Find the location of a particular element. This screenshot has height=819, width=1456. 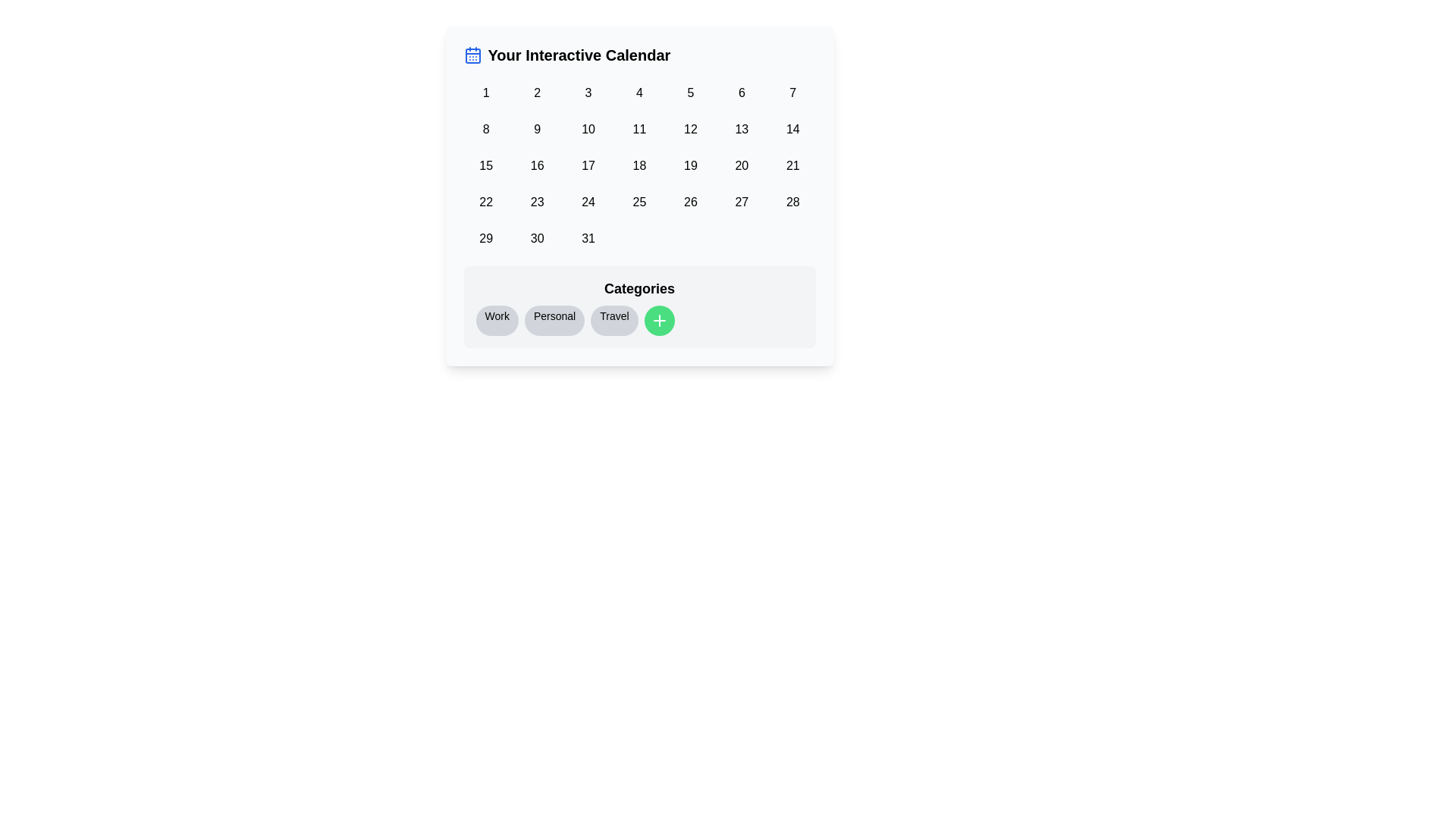

the rounded rectangular button containing the number '22' is located at coordinates (486, 201).